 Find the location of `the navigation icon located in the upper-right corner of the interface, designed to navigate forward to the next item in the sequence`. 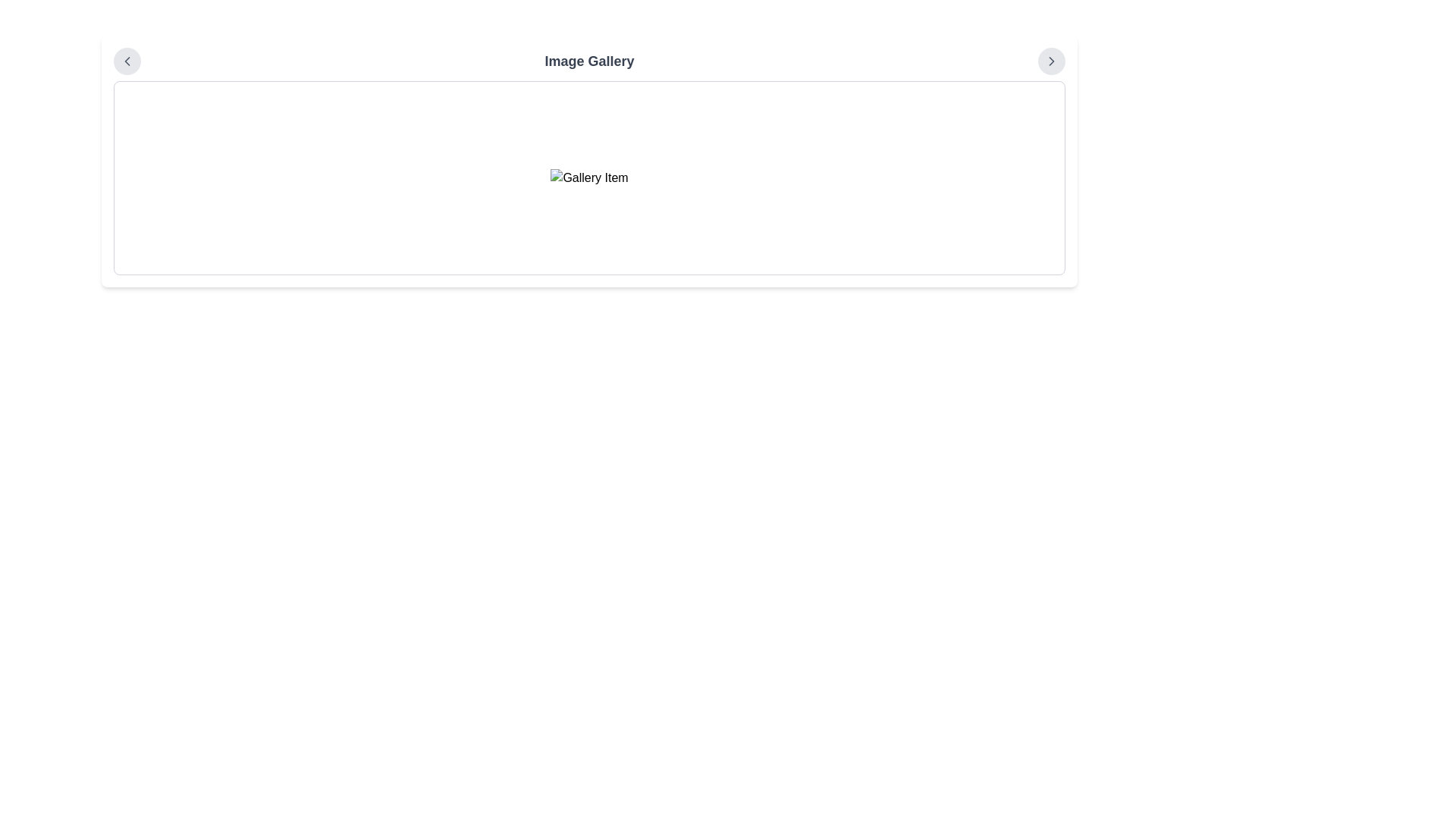

the navigation icon located in the upper-right corner of the interface, designed to navigate forward to the next item in the sequence is located at coordinates (1051, 61).